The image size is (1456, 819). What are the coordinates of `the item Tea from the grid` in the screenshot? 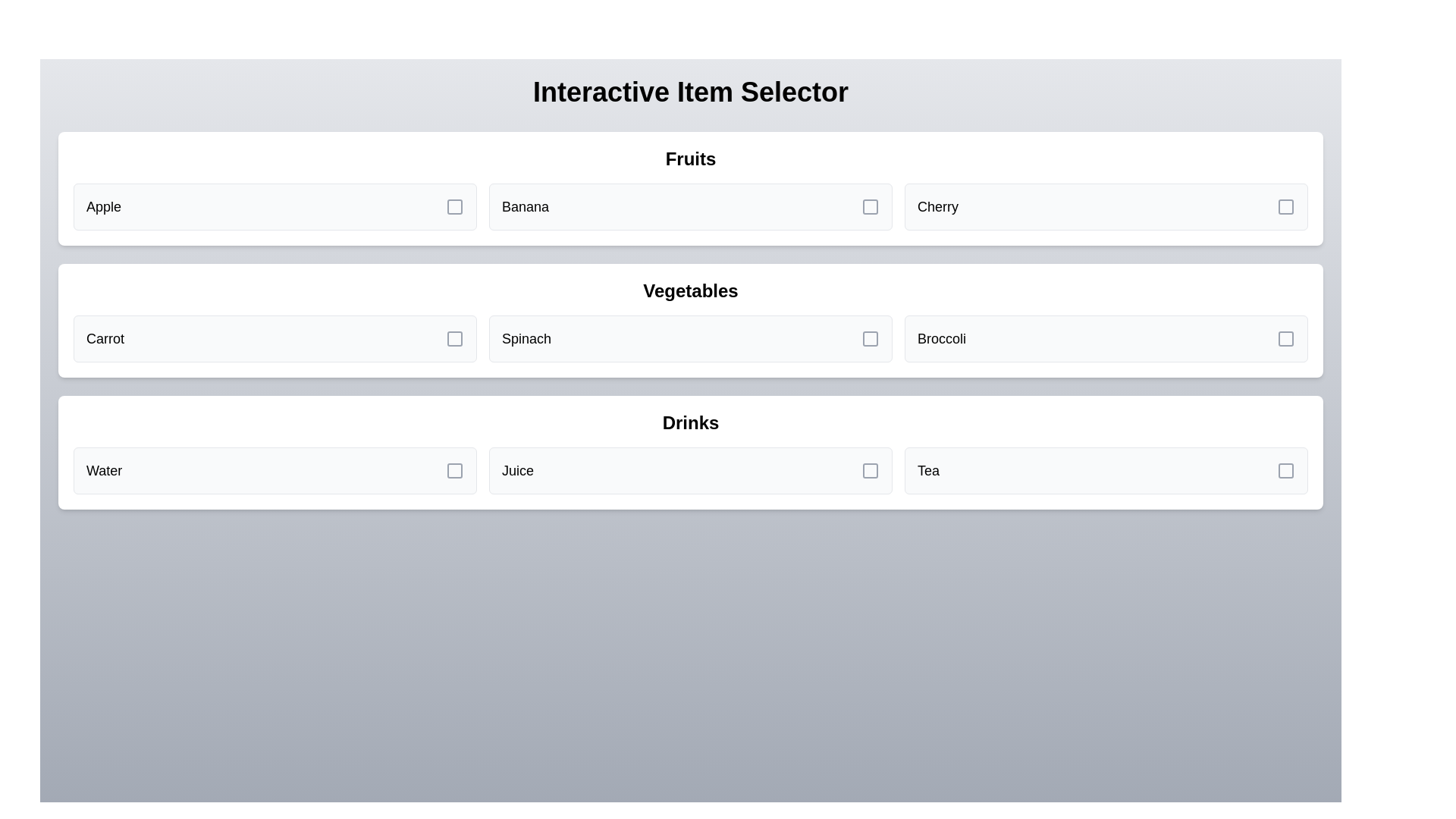 It's located at (1106, 470).